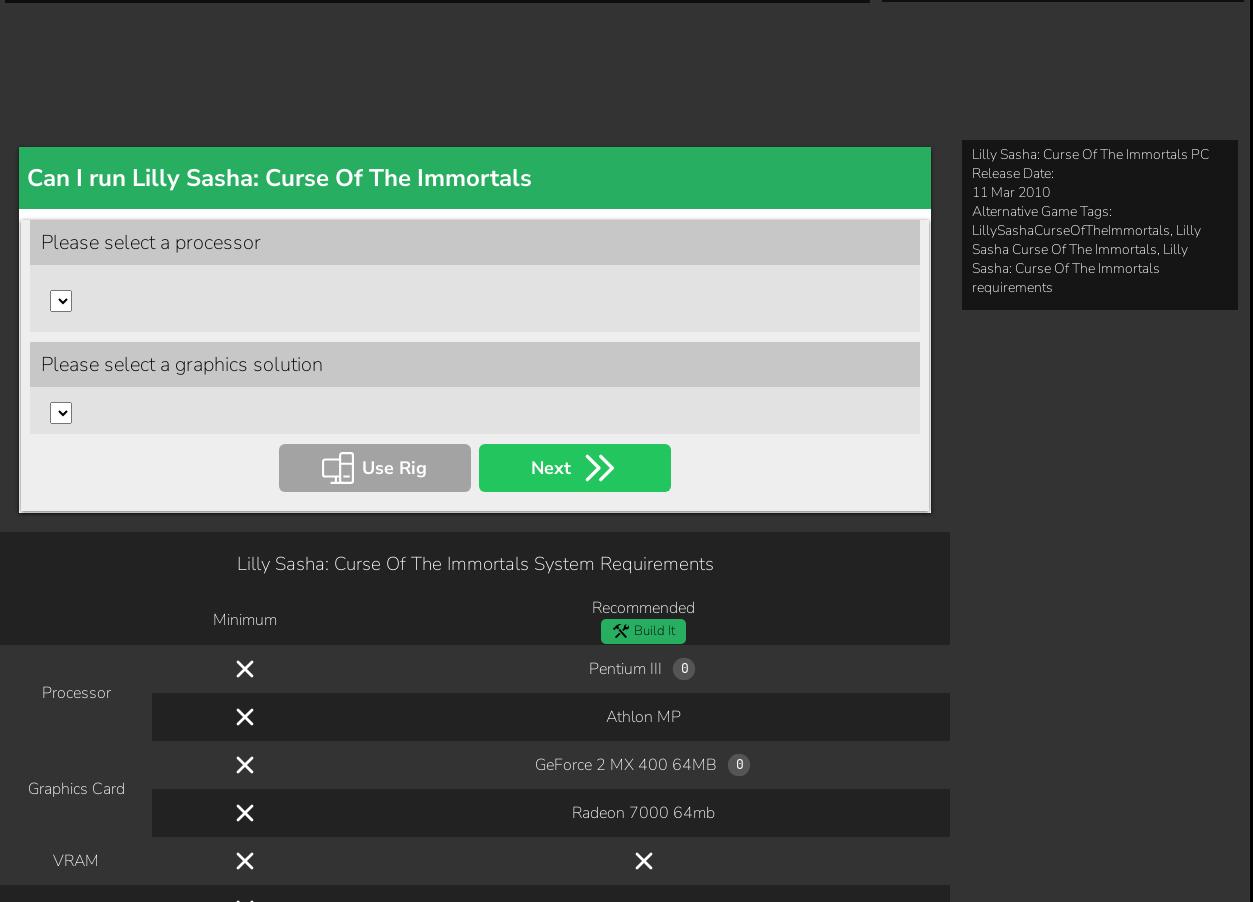 The height and width of the screenshot is (902, 1253). Describe the element at coordinates (642, 23) in the screenshot. I see `'Athlon MP'` at that location.